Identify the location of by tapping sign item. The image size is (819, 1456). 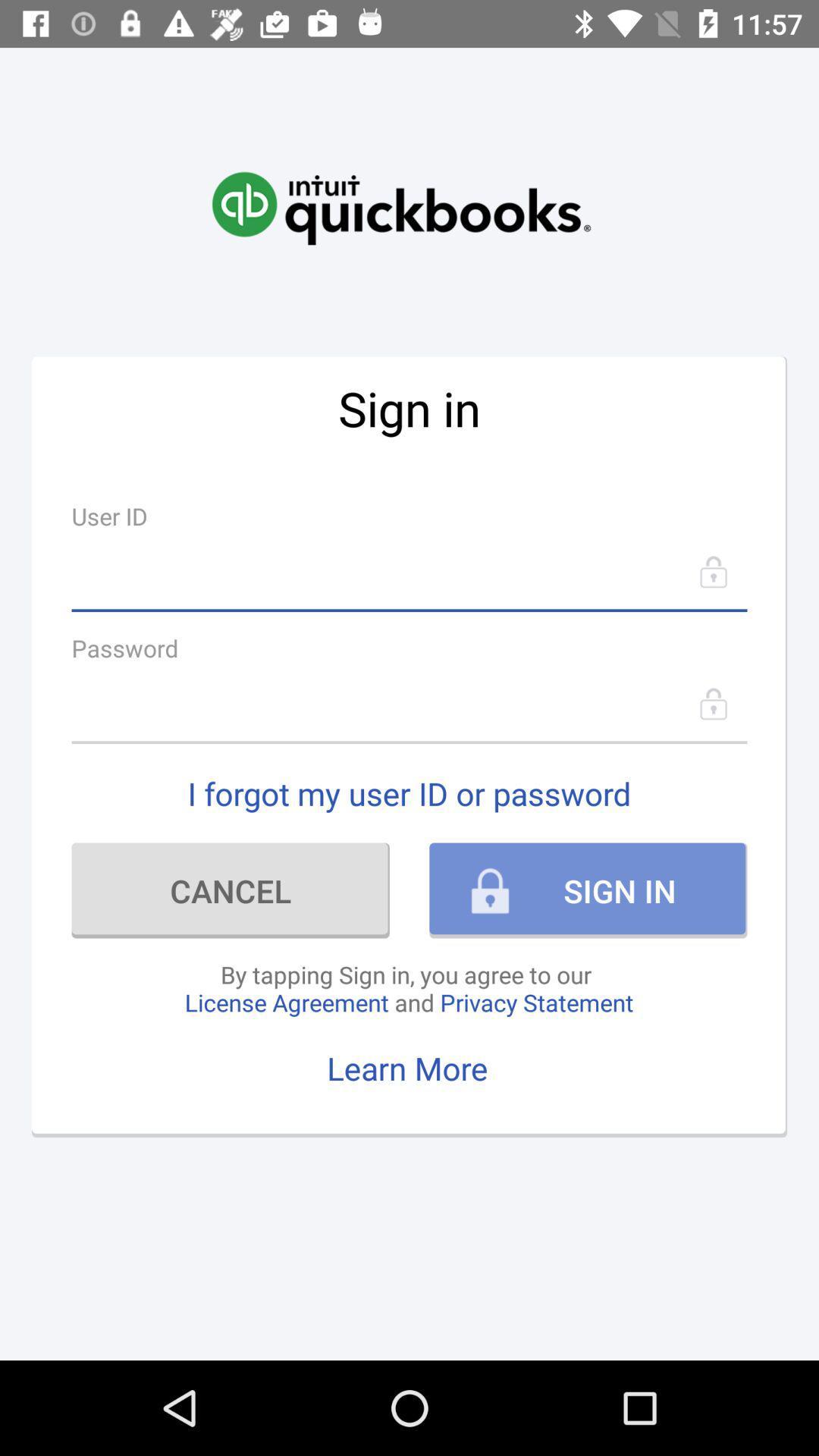
(408, 988).